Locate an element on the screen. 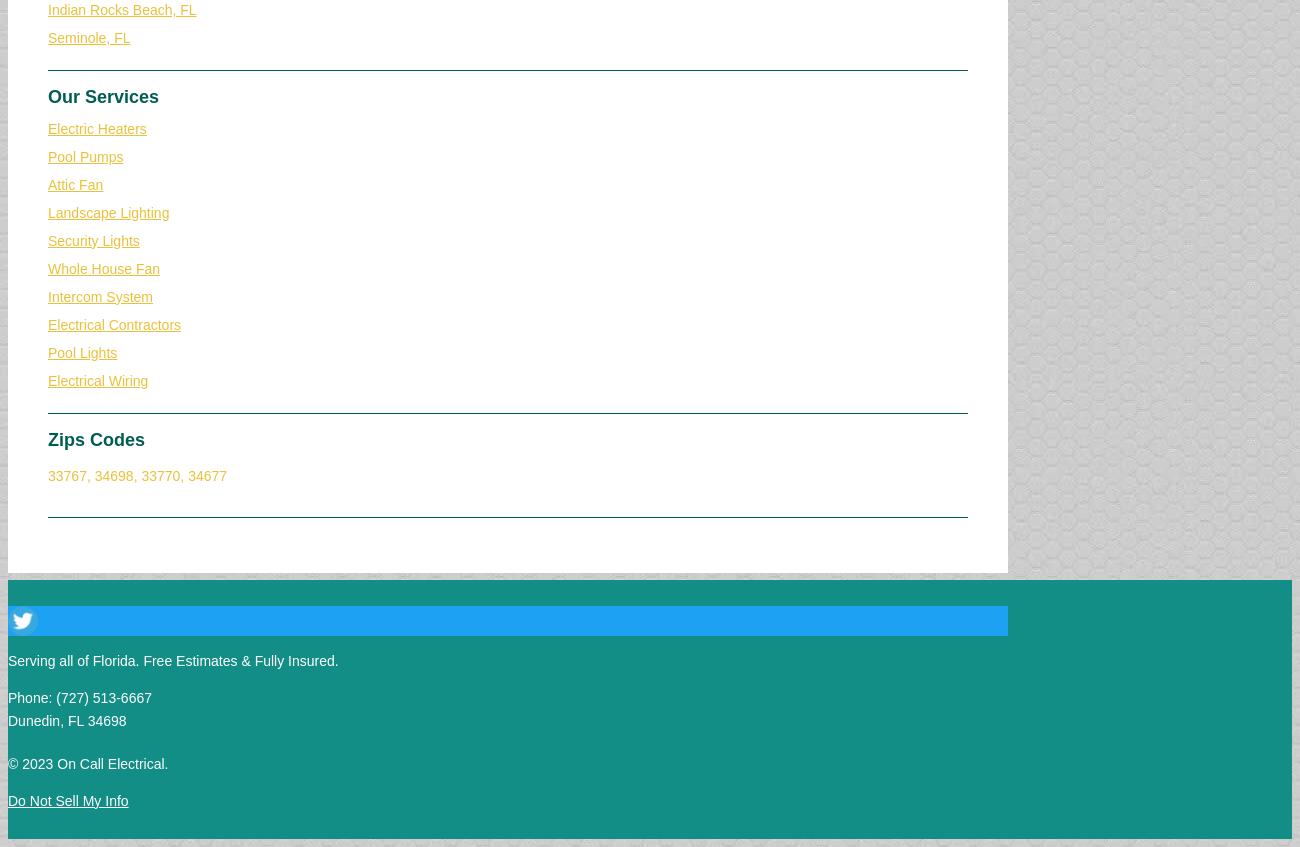 The image size is (1300, 847). 'Electrical Contractors' is located at coordinates (113, 323).